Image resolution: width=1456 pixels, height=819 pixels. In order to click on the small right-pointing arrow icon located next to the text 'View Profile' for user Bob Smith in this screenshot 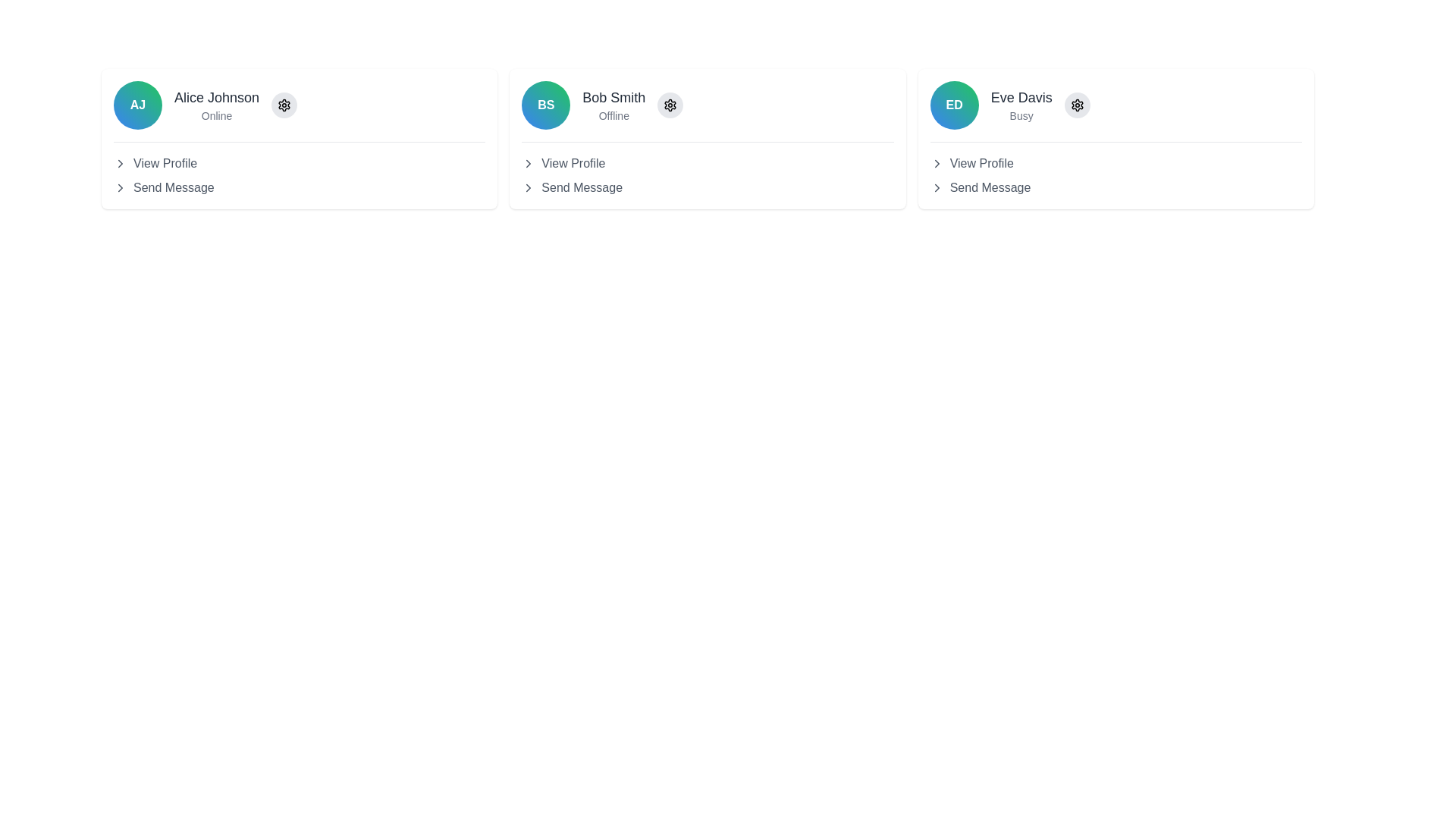, I will do `click(529, 164)`.